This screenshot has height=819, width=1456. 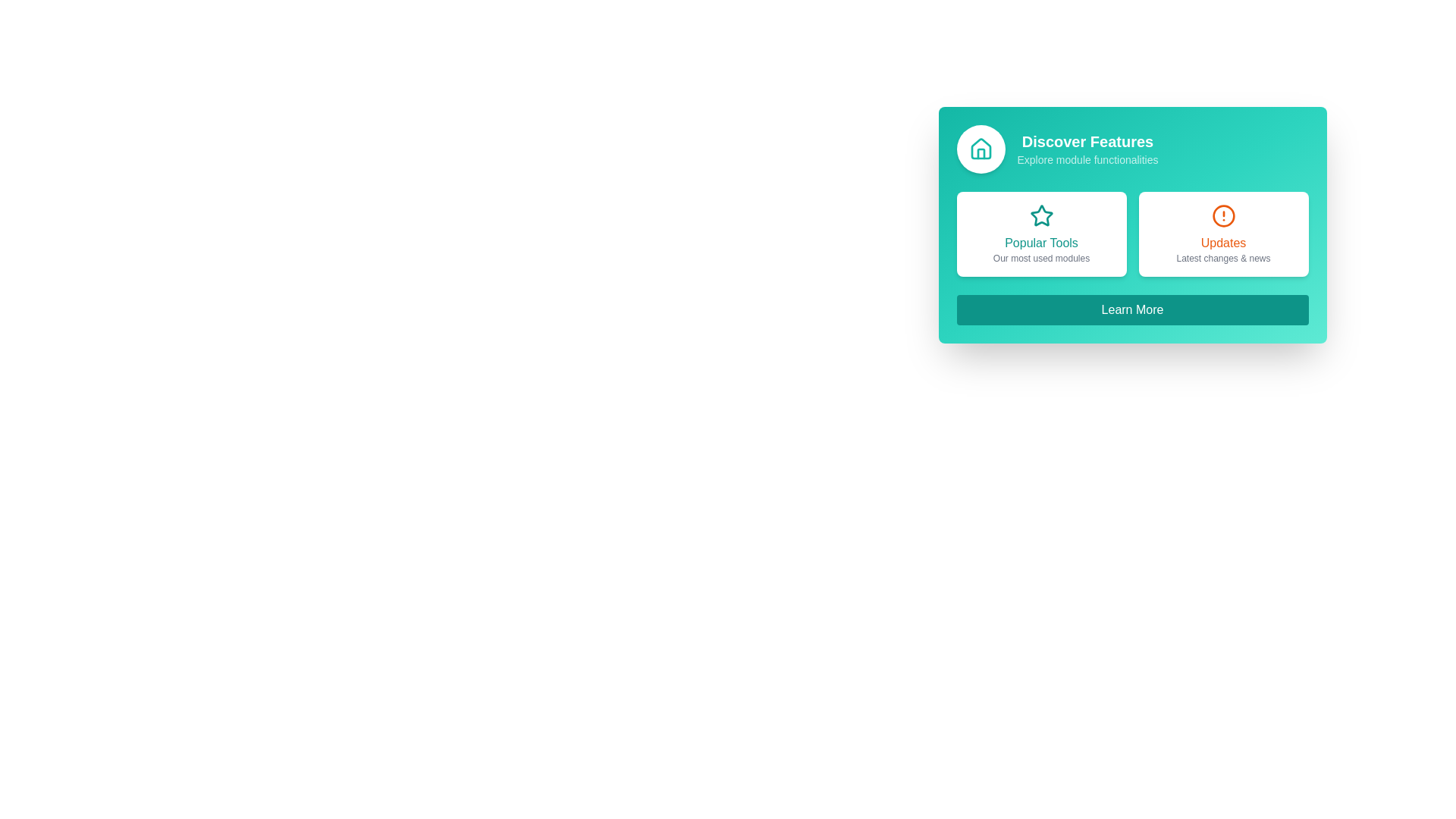 What do you see at coordinates (981, 149) in the screenshot?
I see `the top left circular icon in the card representing the 'Discover Features' section` at bounding box center [981, 149].